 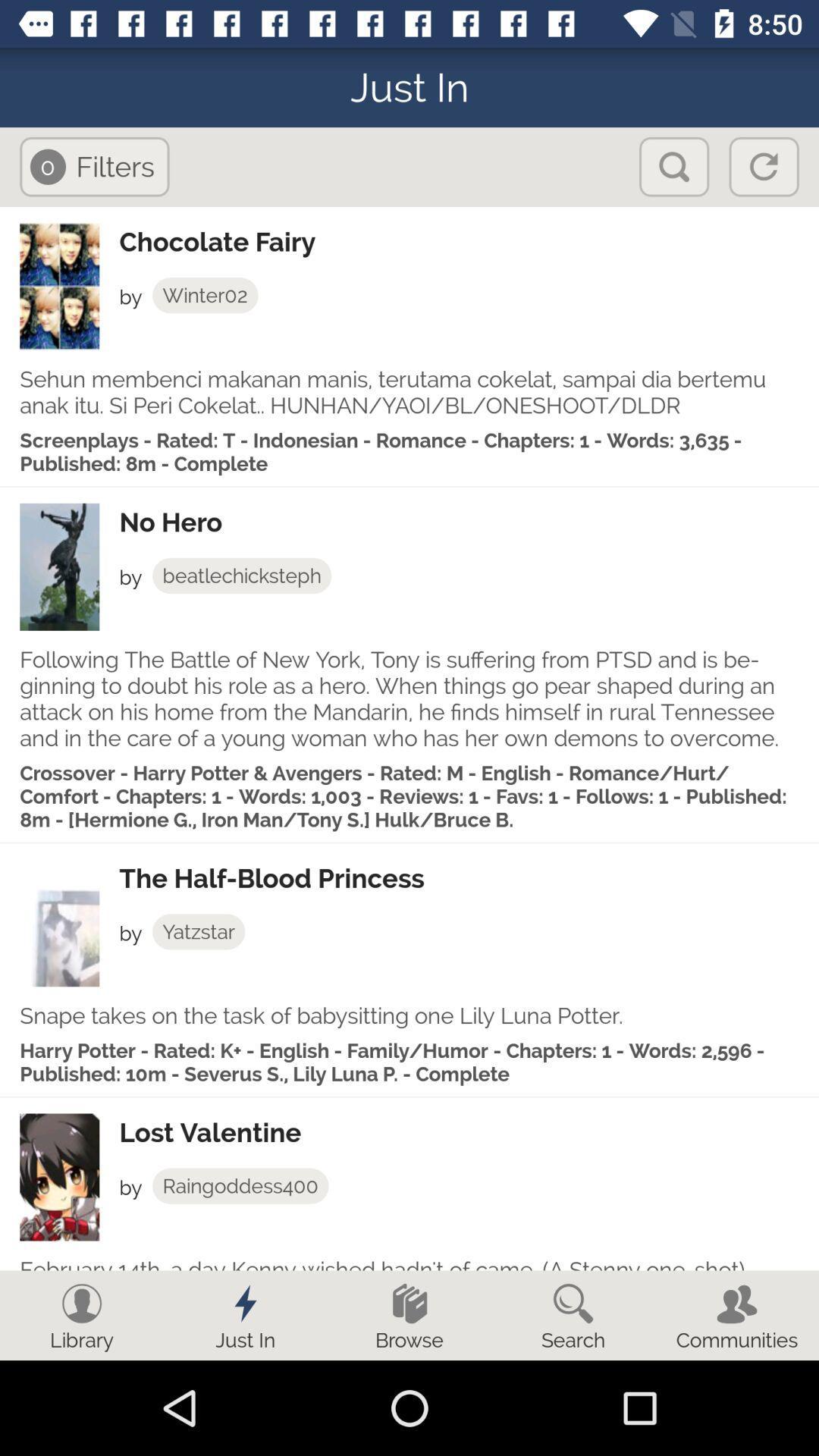 What do you see at coordinates (468, 1132) in the screenshot?
I see `the lost valentine` at bounding box center [468, 1132].